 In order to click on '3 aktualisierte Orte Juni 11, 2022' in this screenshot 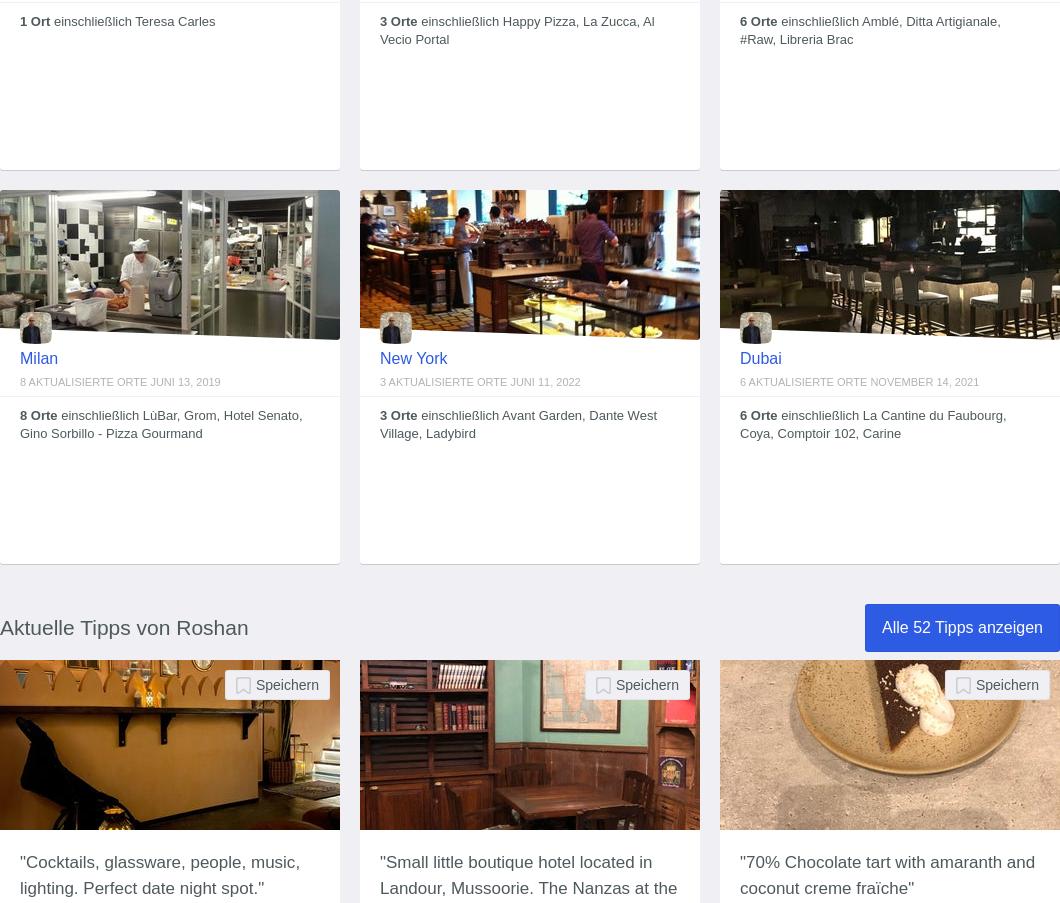, I will do `click(478, 381)`.